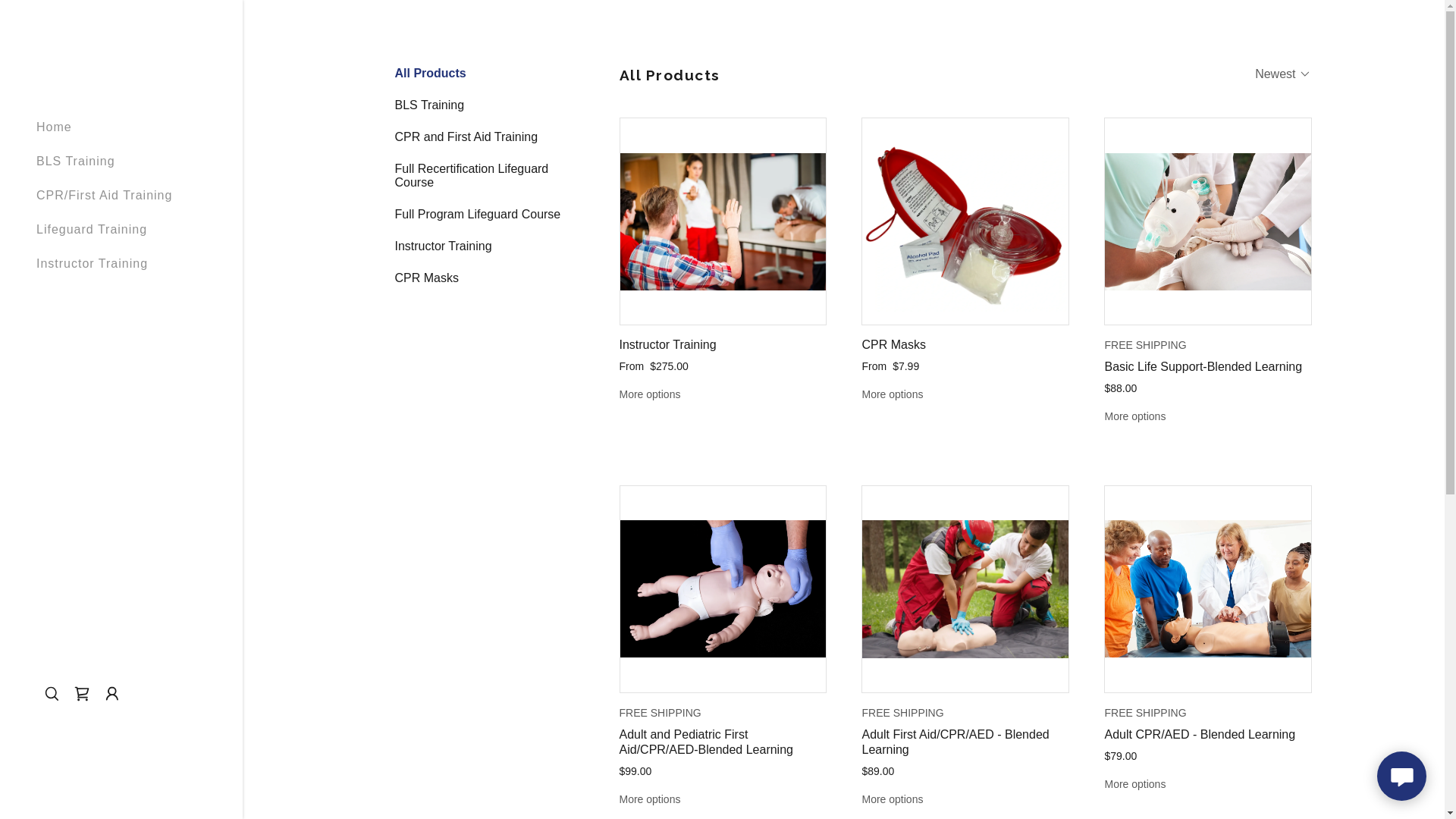 The image size is (1456, 819). I want to click on 'CPR Masks', so click(479, 278).